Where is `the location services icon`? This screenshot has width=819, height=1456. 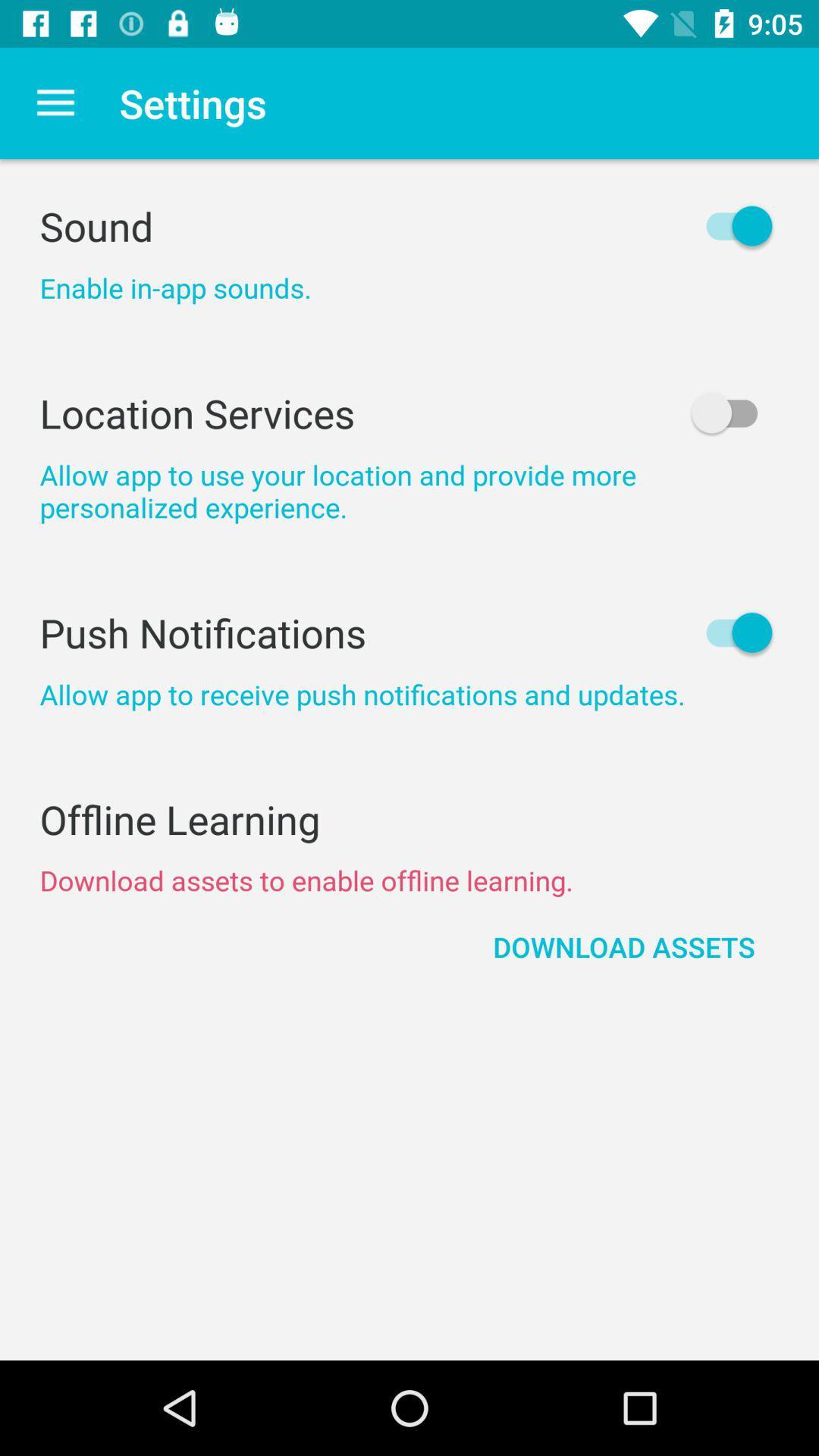
the location services icon is located at coordinates (409, 413).